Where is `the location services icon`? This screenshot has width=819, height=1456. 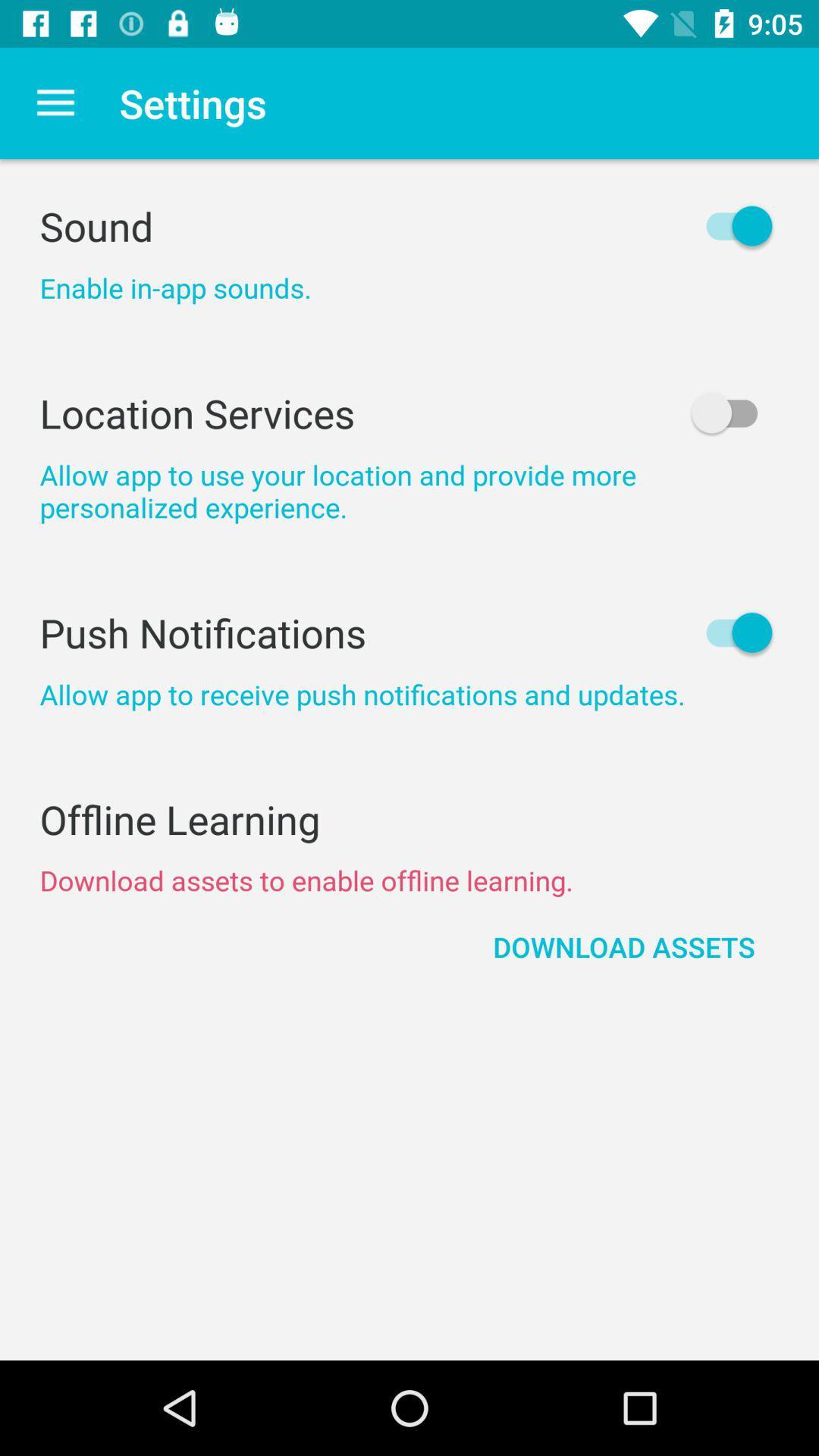
the location services icon is located at coordinates (409, 413).